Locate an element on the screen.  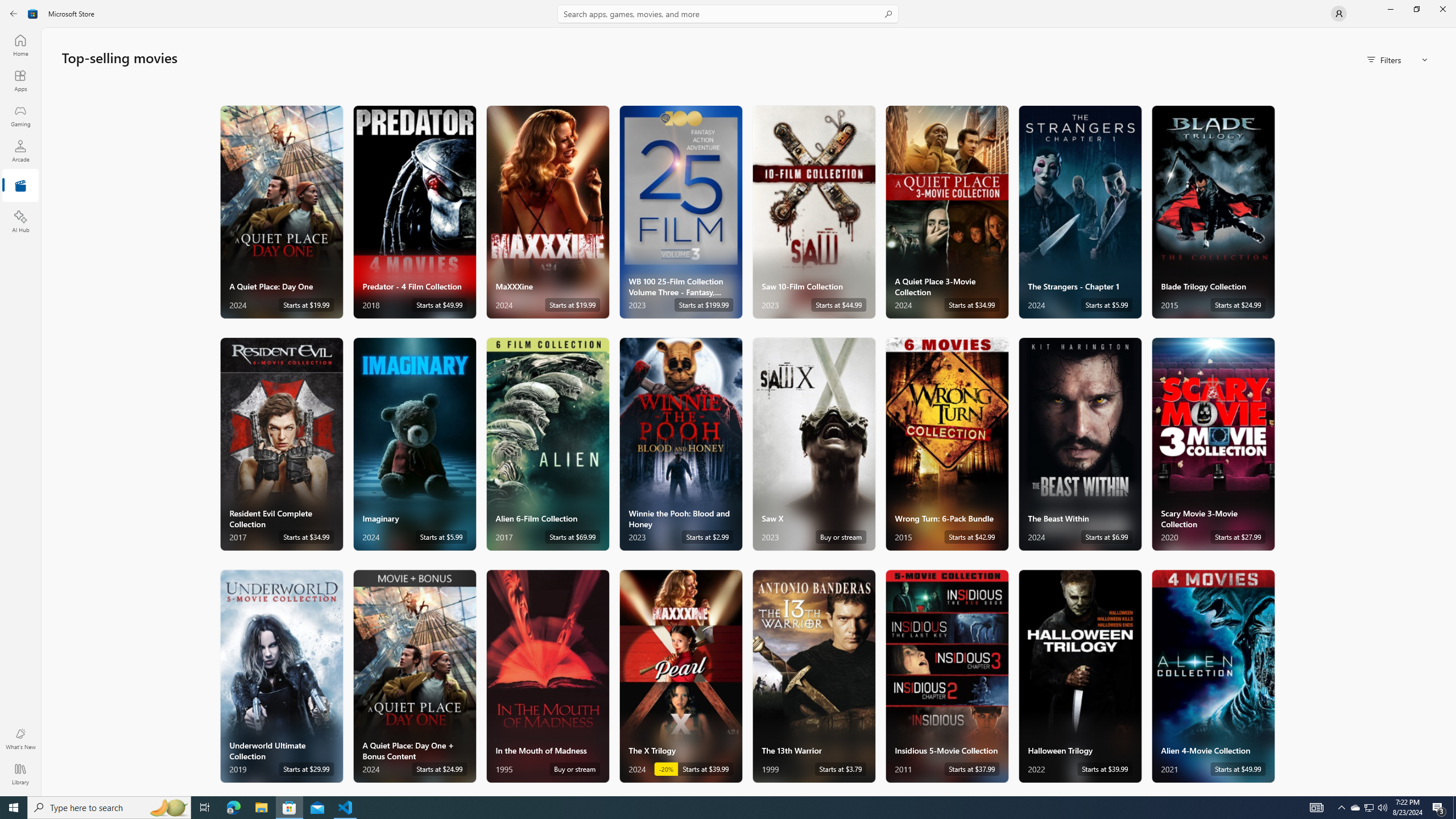
'Saw 10-Film Collection. Starts at $44.99  ' is located at coordinates (813, 211).